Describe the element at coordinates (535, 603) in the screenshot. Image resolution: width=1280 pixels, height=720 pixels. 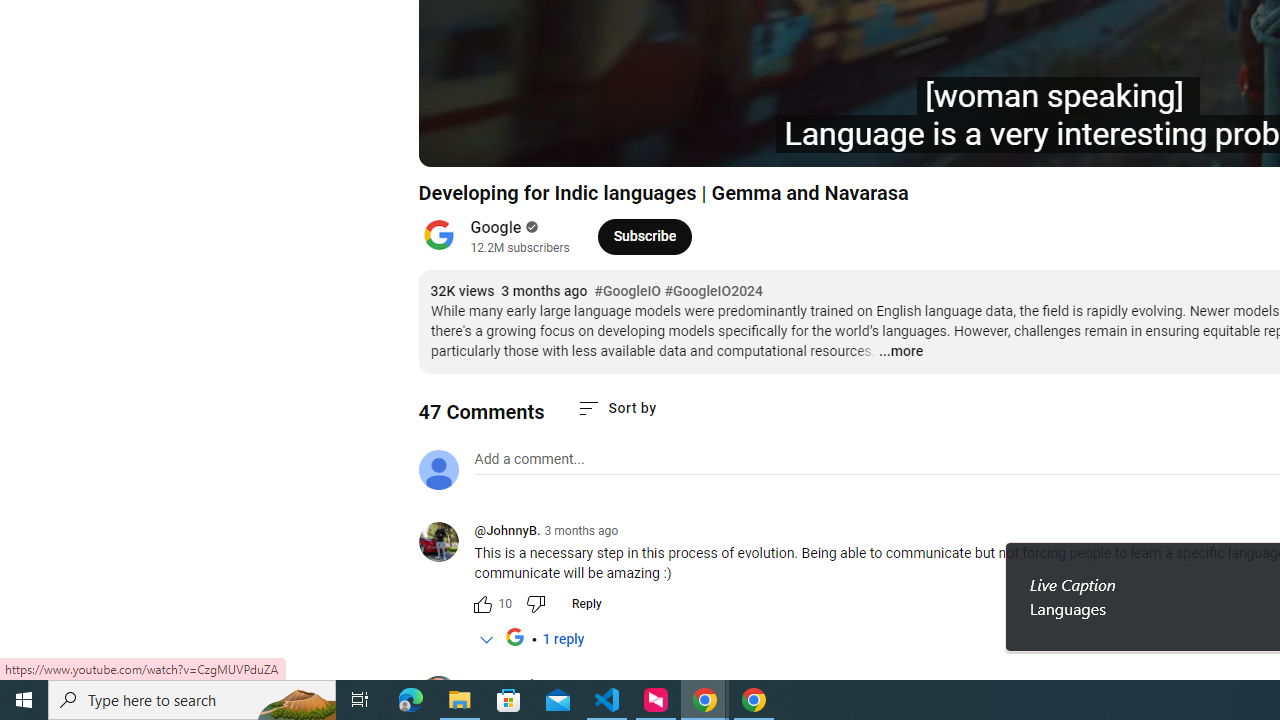
I see `'Dislike this comment'` at that location.